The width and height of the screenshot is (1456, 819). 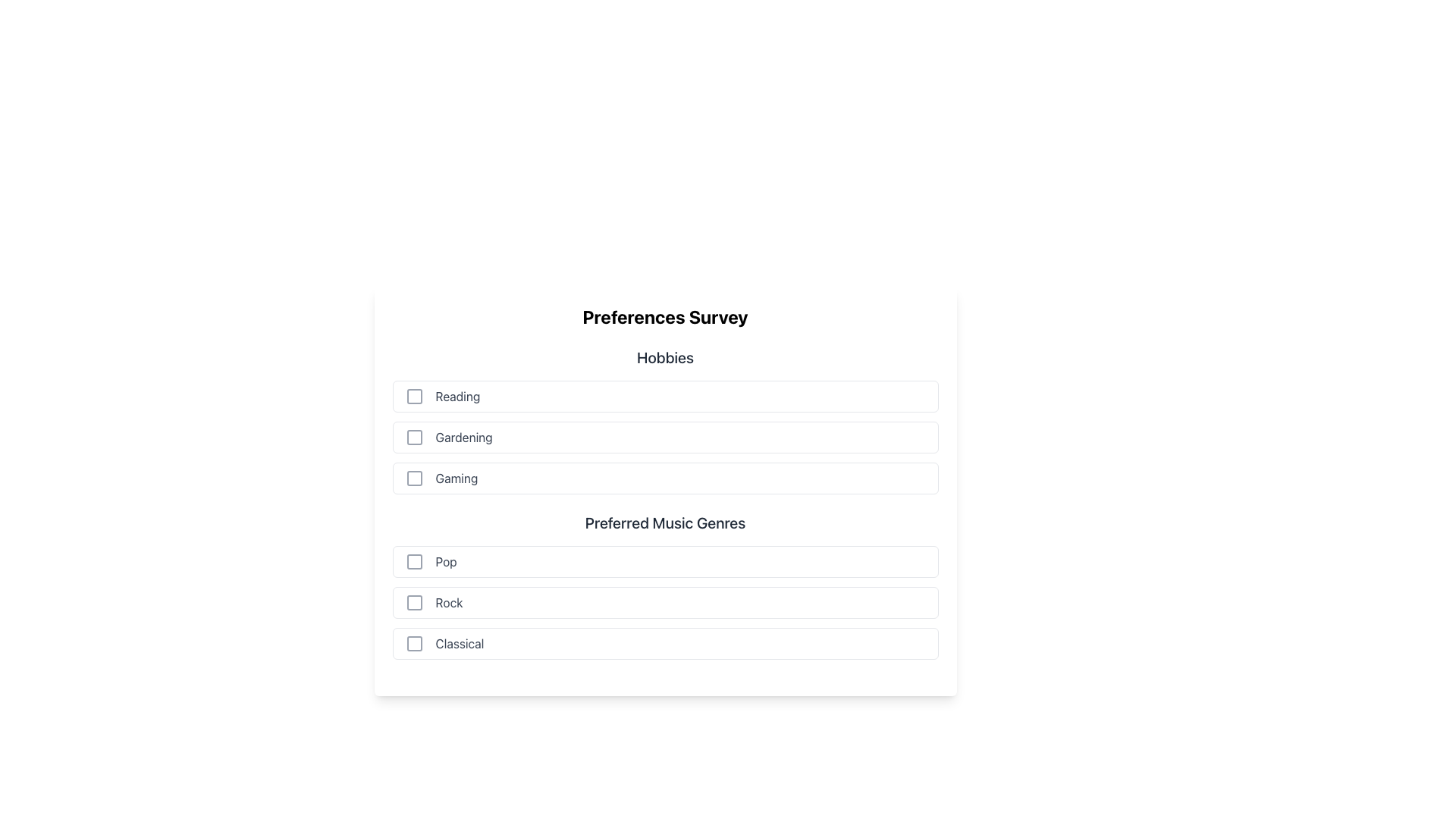 I want to click on the checkbox for the 'Reading' option in the 'Hobbies' section of the 'Preferences Survey' form, so click(x=414, y=396).